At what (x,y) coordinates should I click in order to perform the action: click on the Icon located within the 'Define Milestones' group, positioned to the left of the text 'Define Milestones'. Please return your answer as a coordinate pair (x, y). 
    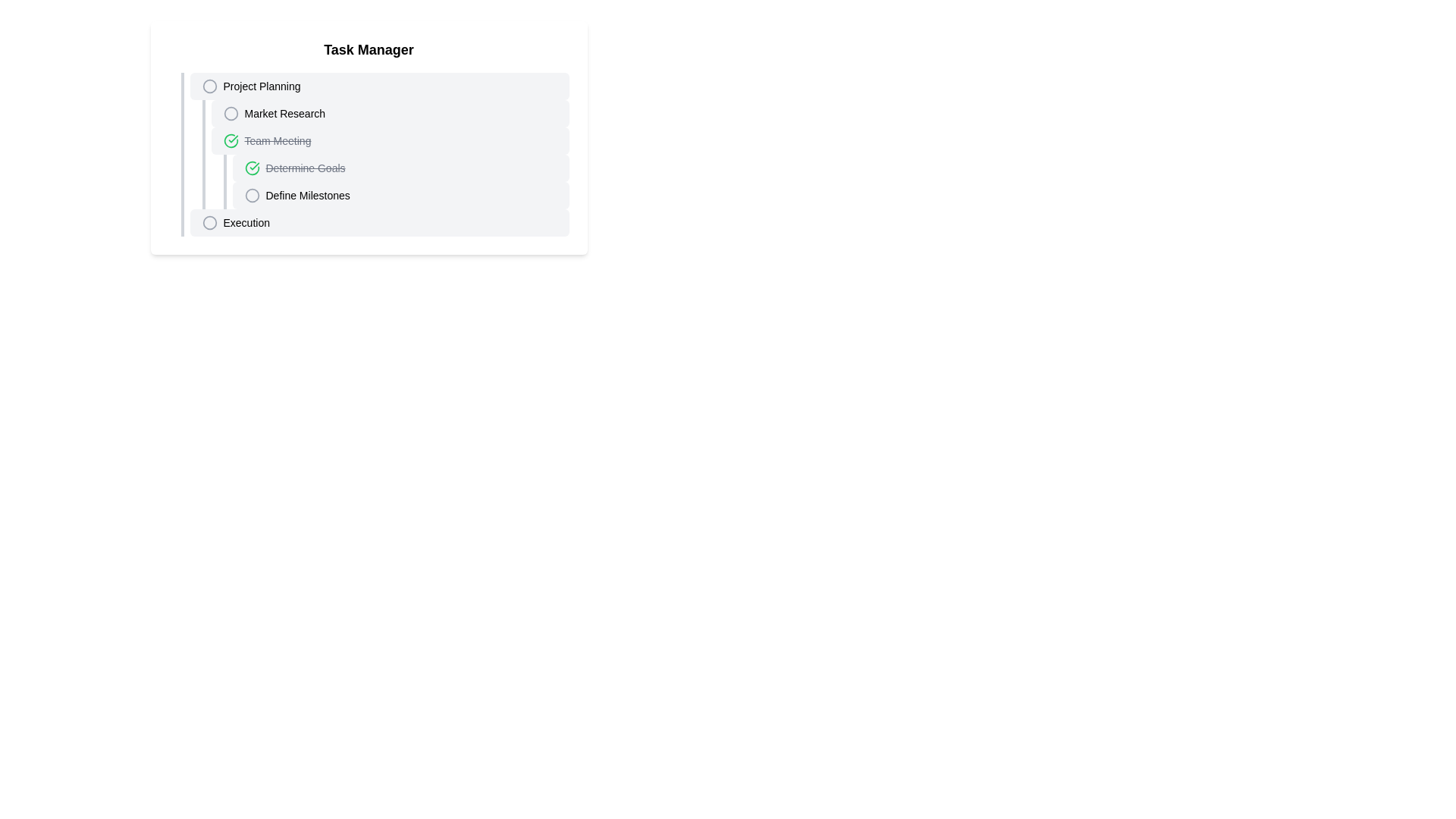
    Looking at the image, I should click on (252, 195).